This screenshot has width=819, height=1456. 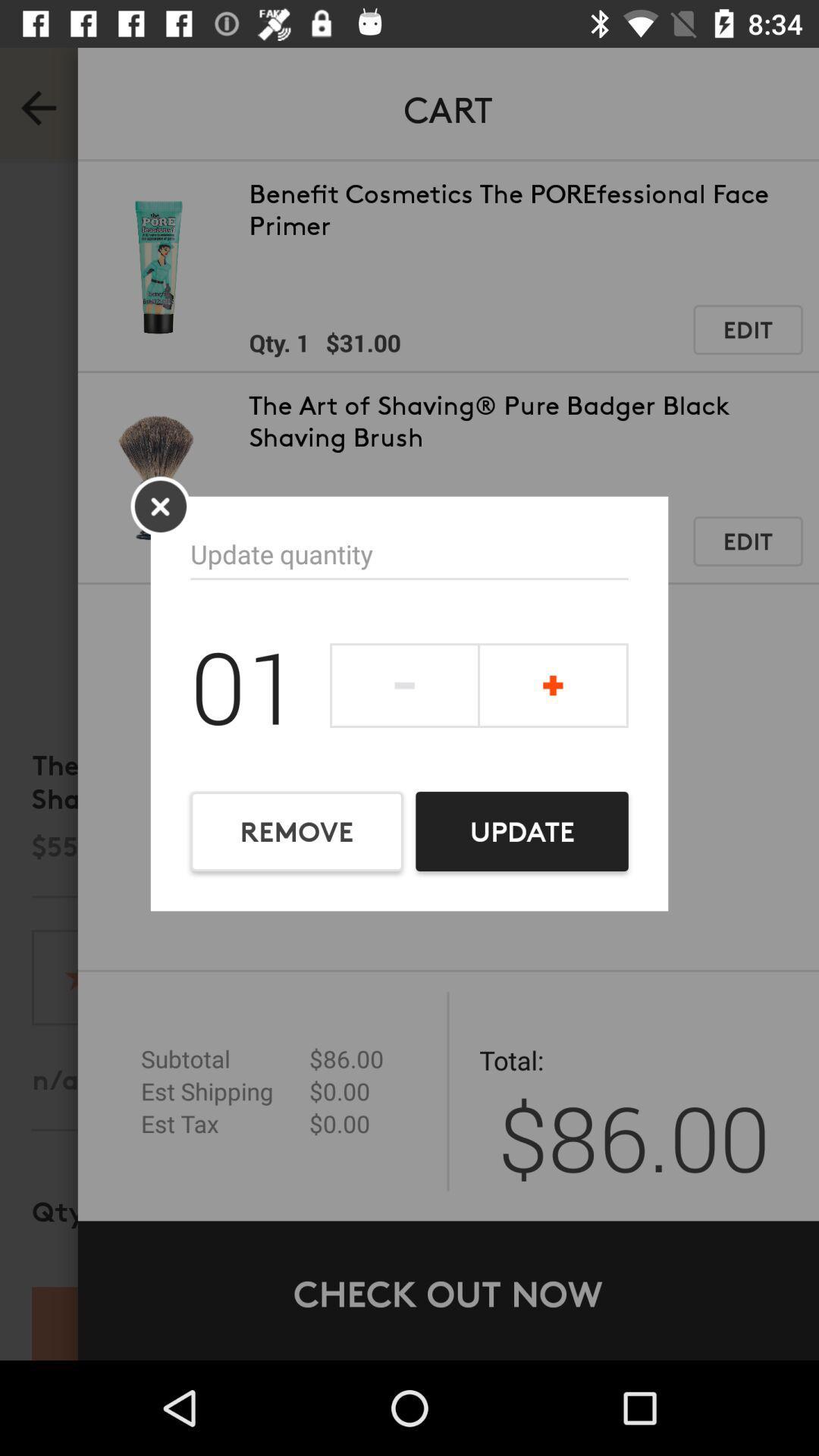 I want to click on the close icon, so click(x=160, y=506).